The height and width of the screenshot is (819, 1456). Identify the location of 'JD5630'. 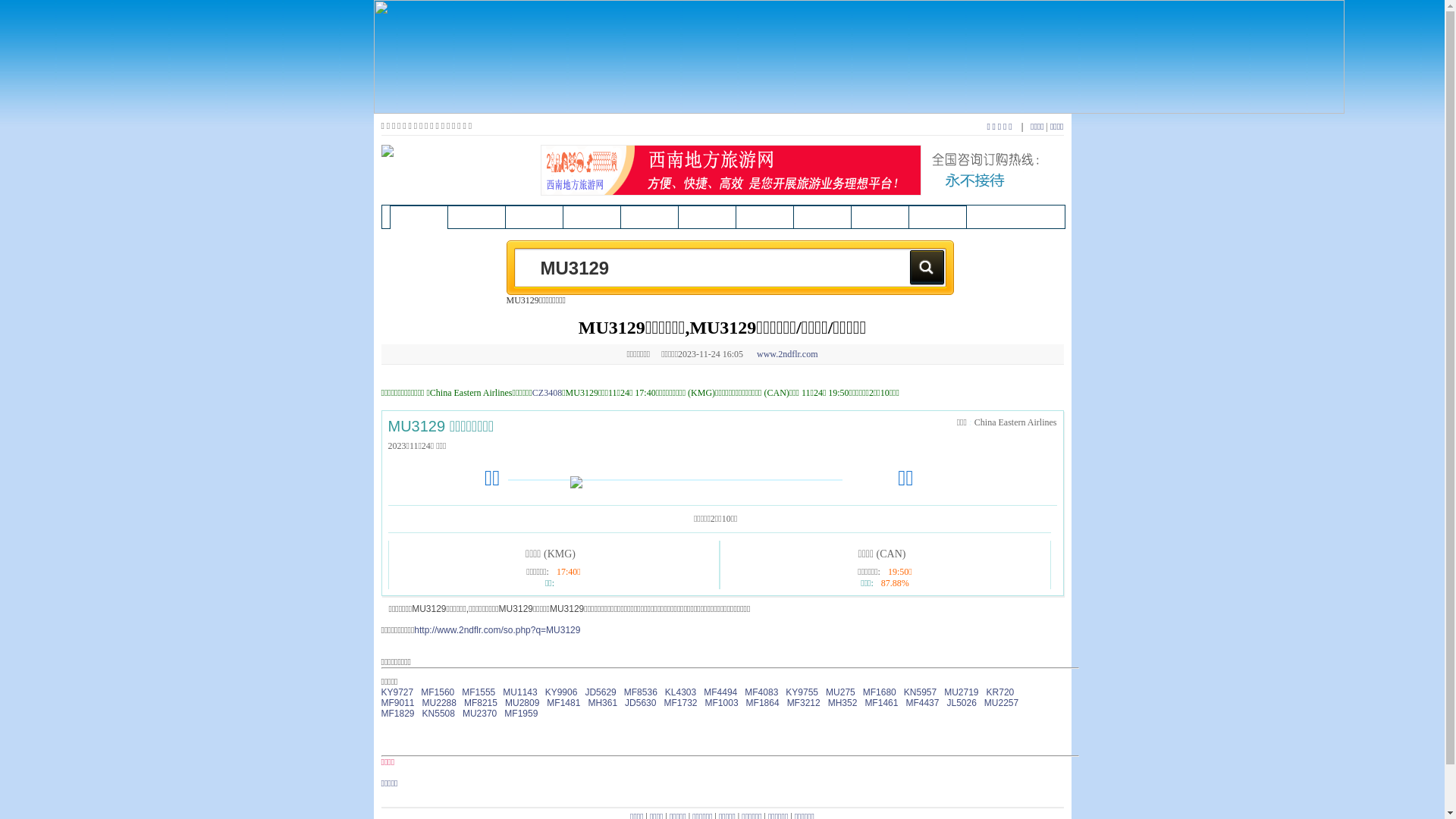
(625, 702).